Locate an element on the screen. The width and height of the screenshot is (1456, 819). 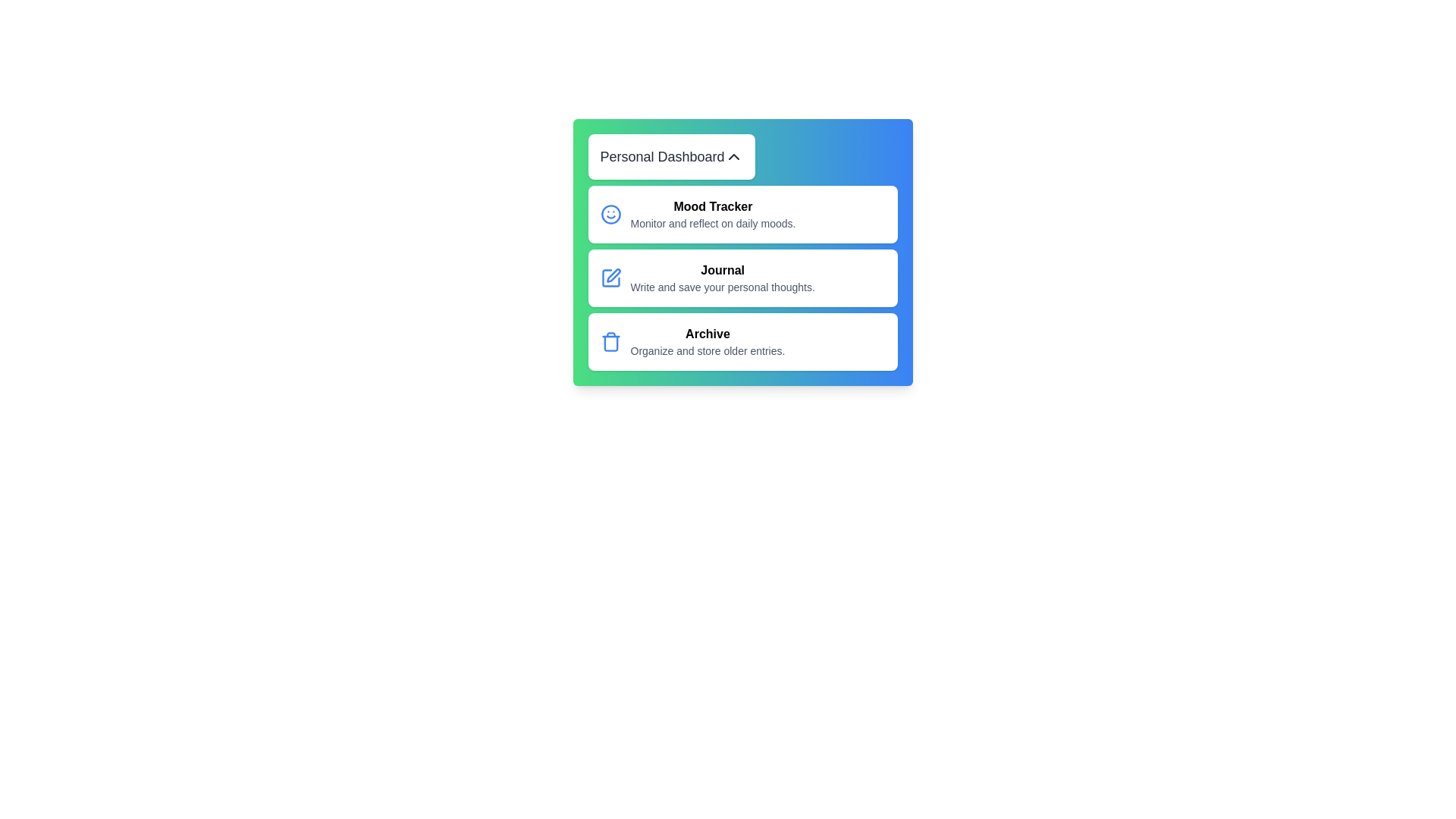
the icon next to the menu item Journal is located at coordinates (610, 278).